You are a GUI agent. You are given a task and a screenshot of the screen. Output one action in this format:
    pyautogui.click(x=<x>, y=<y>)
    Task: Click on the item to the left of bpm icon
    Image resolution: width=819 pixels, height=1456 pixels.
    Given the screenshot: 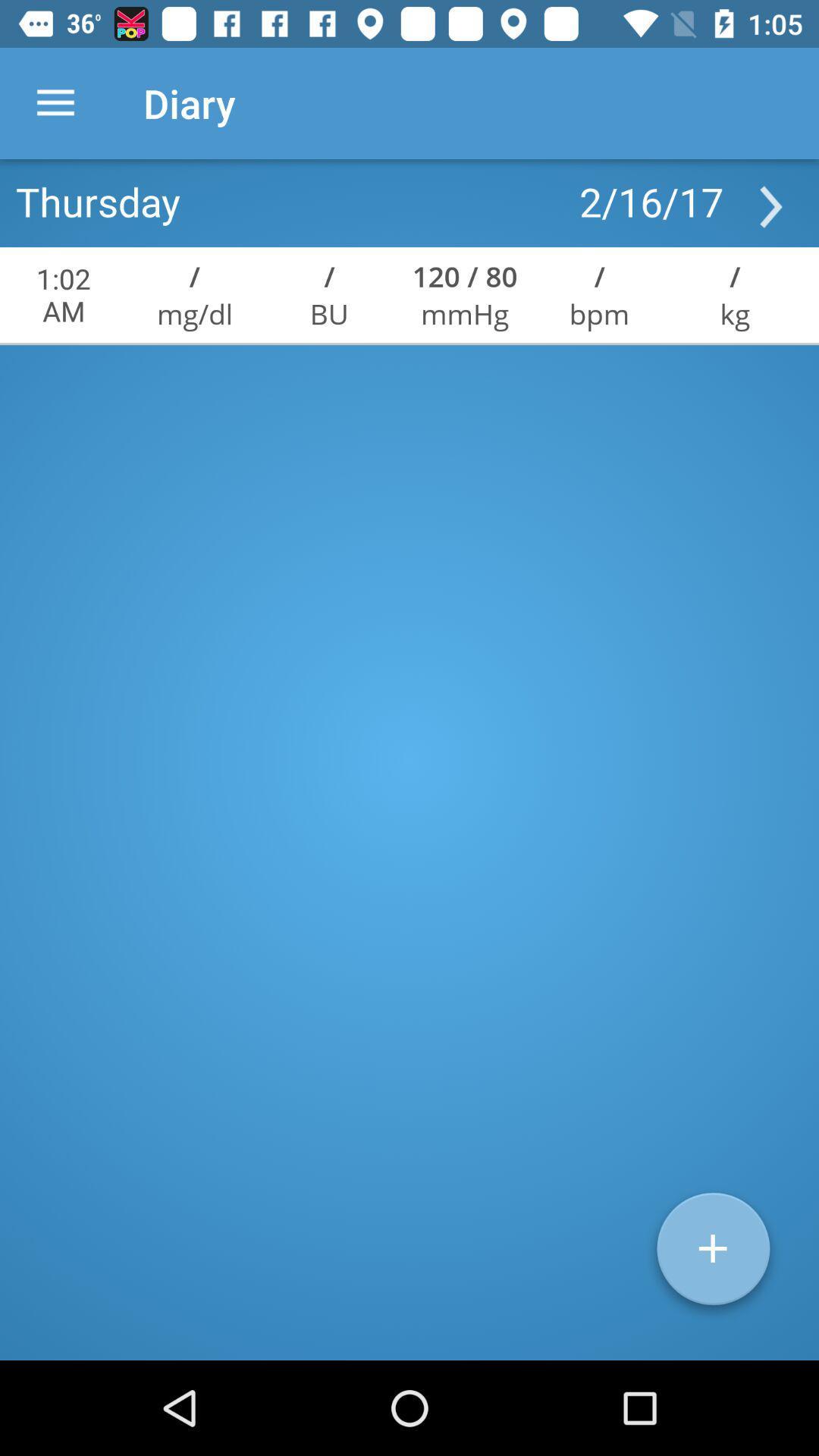 What is the action you would take?
    pyautogui.click(x=464, y=276)
    